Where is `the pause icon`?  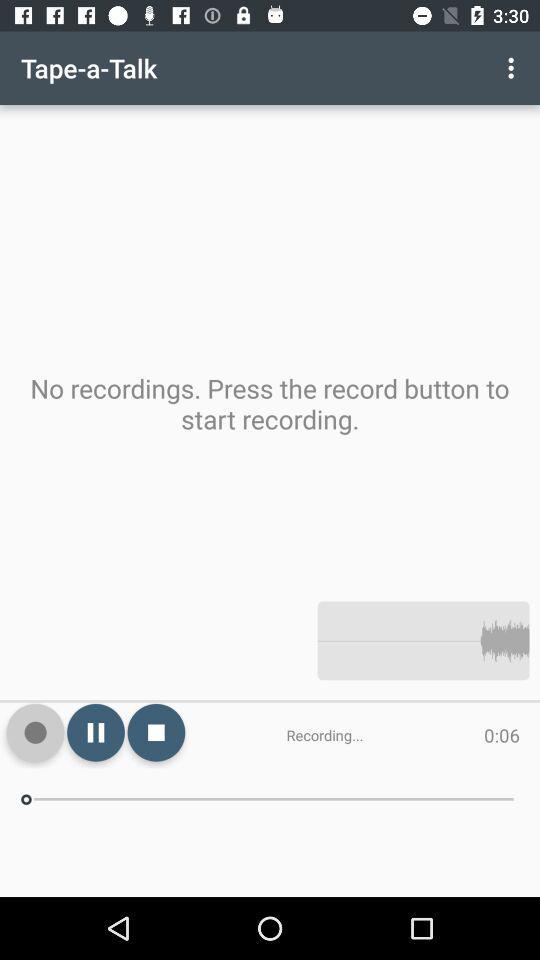
the pause icon is located at coordinates (95, 731).